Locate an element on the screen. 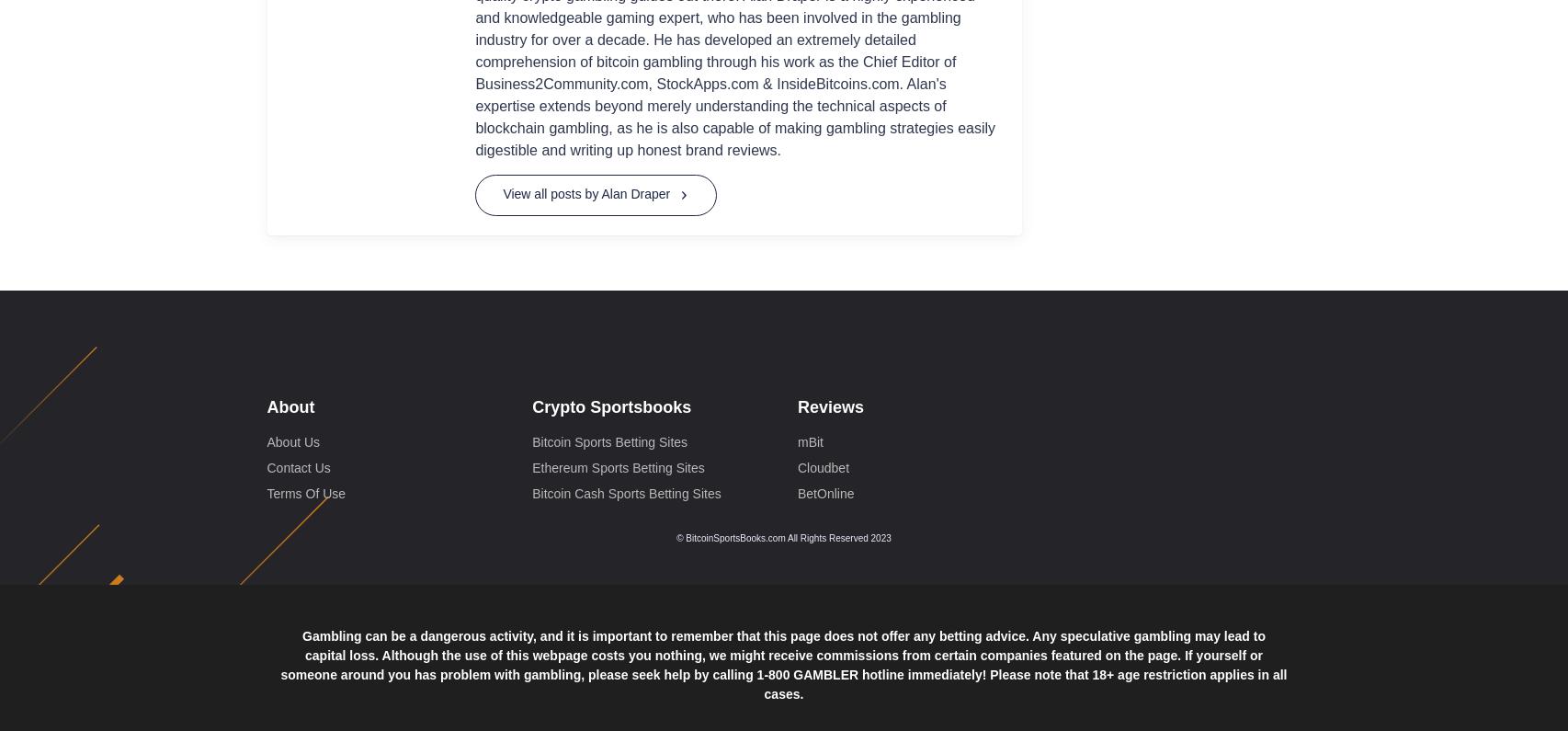 The height and width of the screenshot is (731, 1568). 'Ethereum Sports Betting Sites' is located at coordinates (617, 130).